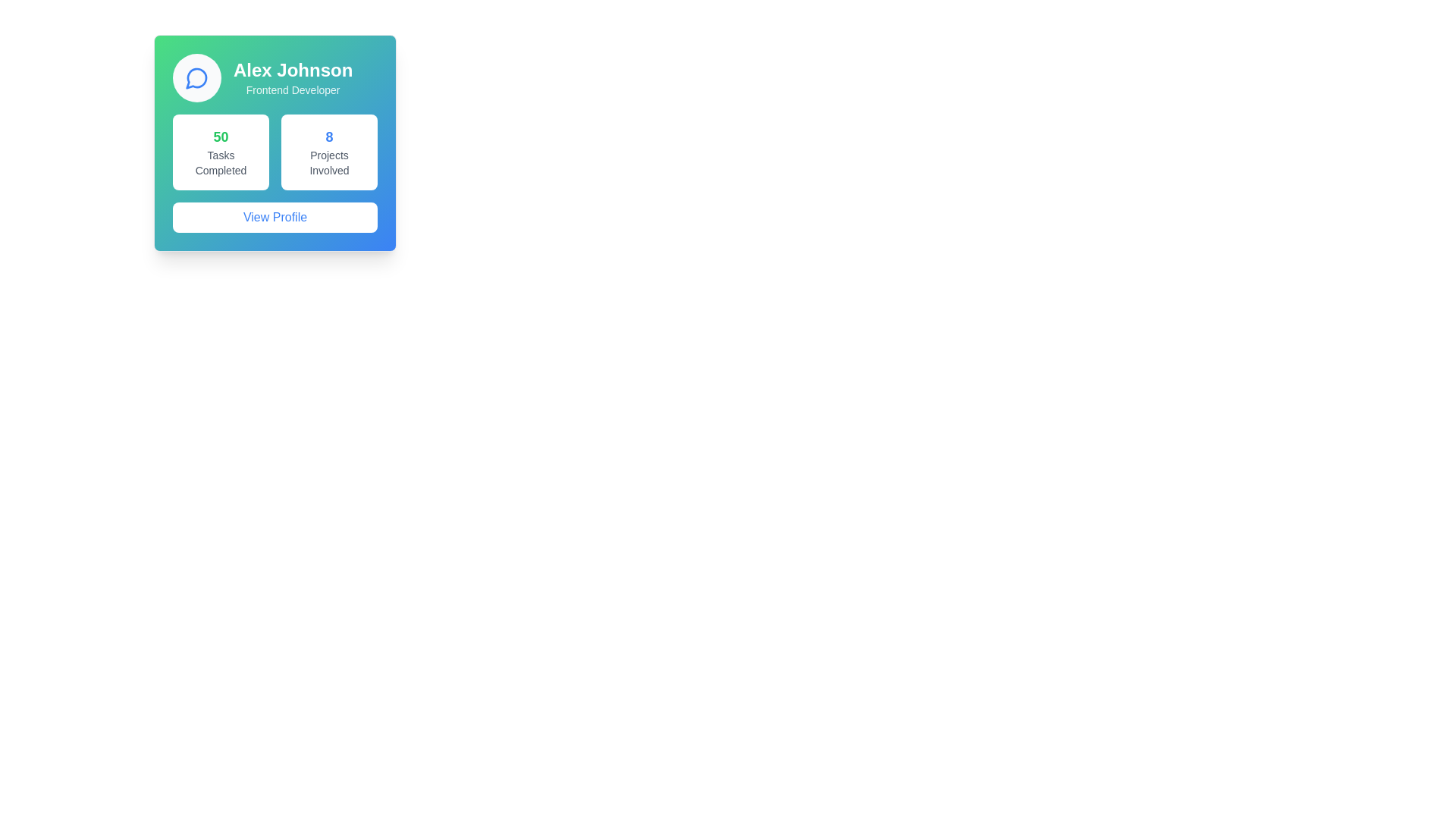  I want to click on the button that allows users, so click(275, 217).